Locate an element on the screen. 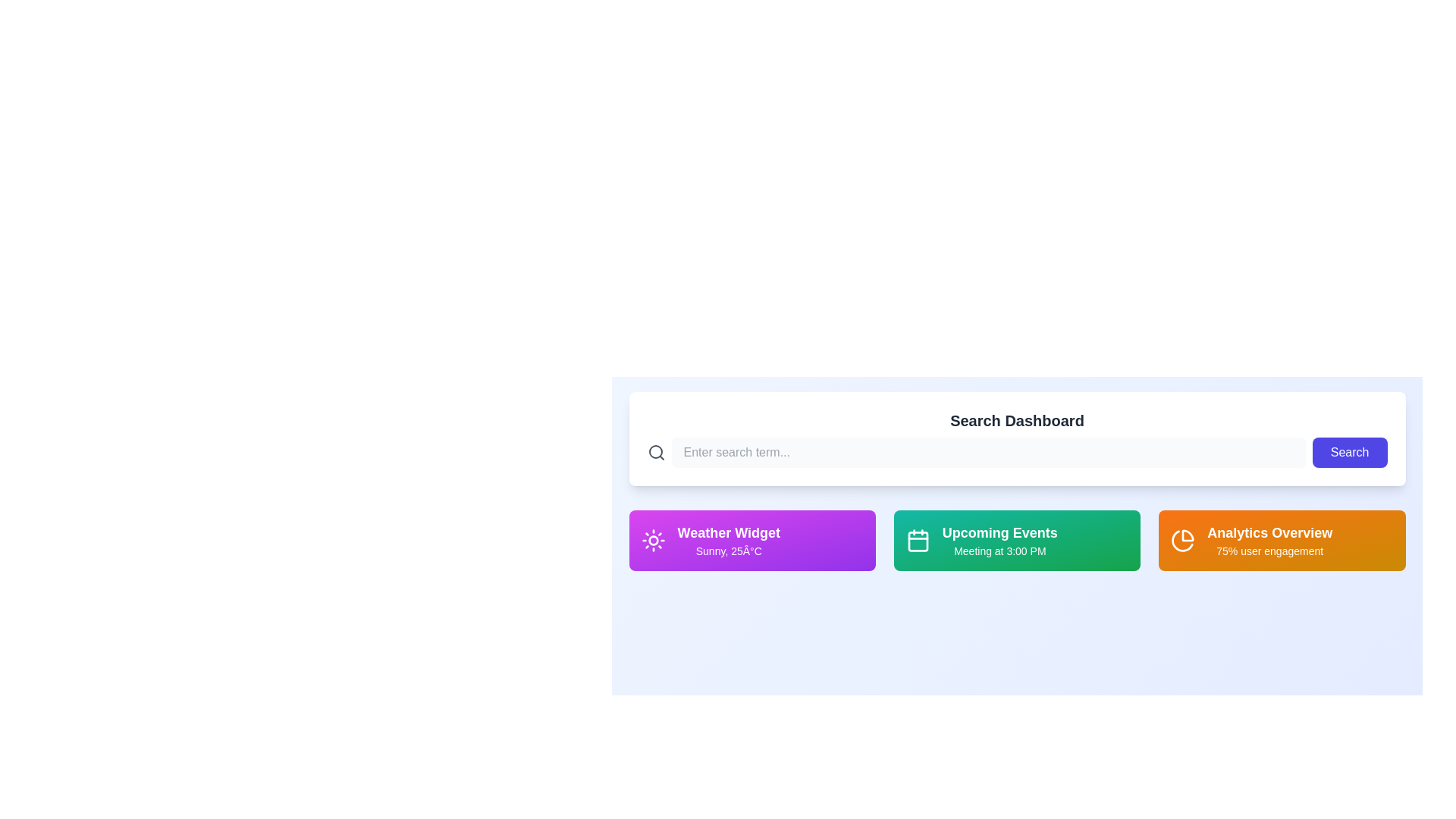 The width and height of the screenshot is (1456, 819). the bold 'Upcoming Events' text label displayed in white font on a green background, which is centrally located in the dashboard layout is located at coordinates (999, 532).